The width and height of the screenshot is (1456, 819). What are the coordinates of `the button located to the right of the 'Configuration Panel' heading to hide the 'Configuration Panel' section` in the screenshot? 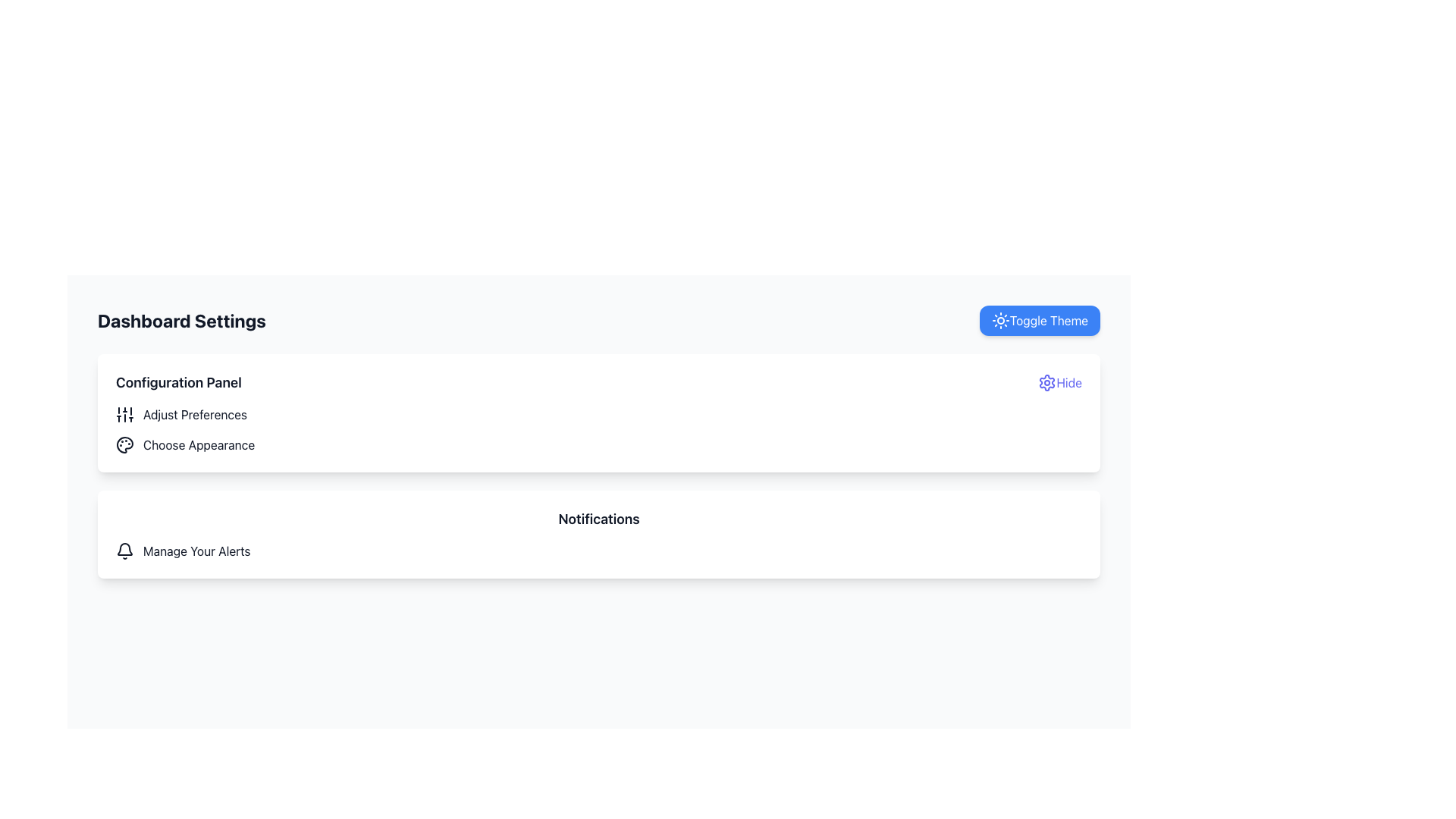 It's located at (1059, 382).